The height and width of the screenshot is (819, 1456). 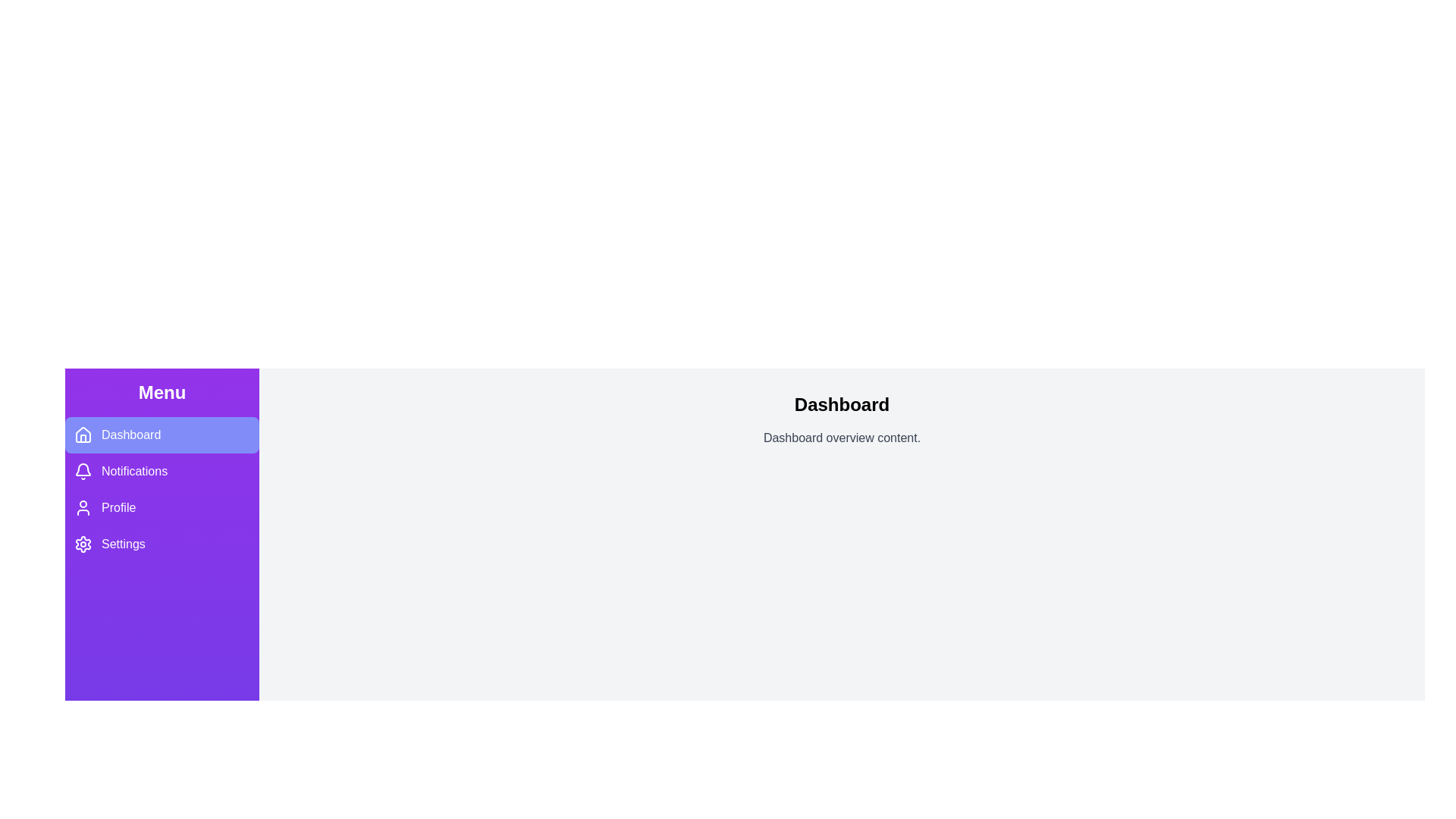 What do you see at coordinates (83, 435) in the screenshot?
I see `the Dashboard icon located in the vertical navigation menu, which is the first entry adjacent to the label 'Dashboard'` at bounding box center [83, 435].